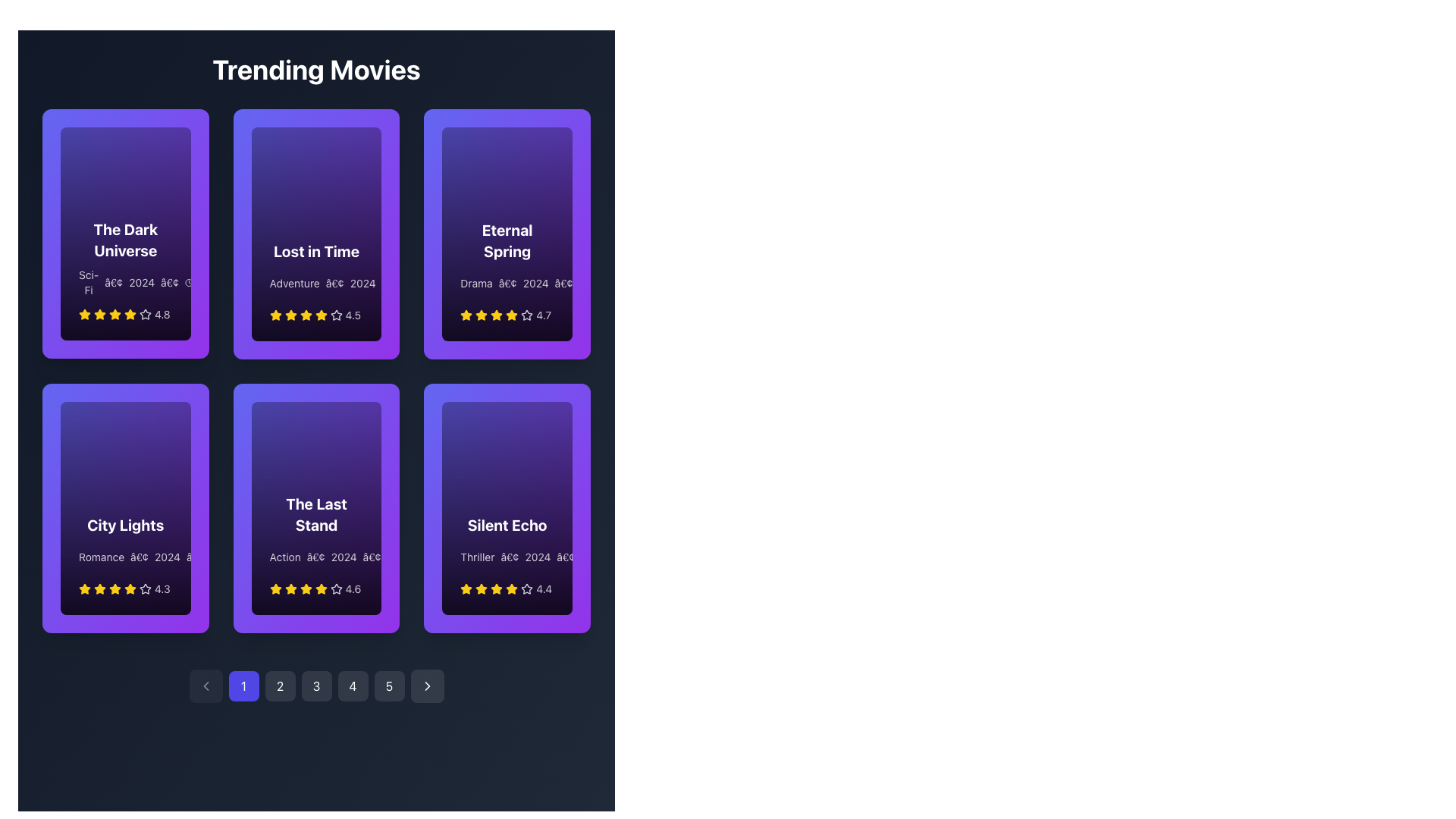  What do you see at coordinates (507, 283) in the screenshot?
I see `the text label displaying 'Drama • 2024 • 2h 05m', which is located below the title 'Eternal Spring' and above the rating stars in the top-right section of the grid` at bounding box center [507, 283].